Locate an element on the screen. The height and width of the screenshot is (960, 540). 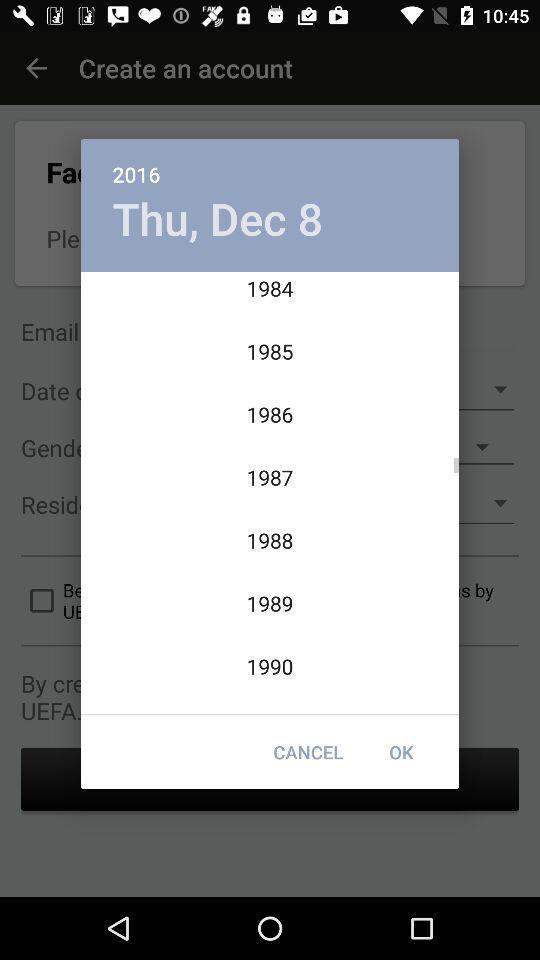
thu, dec 8 icon is located at coordinates (216, 218).